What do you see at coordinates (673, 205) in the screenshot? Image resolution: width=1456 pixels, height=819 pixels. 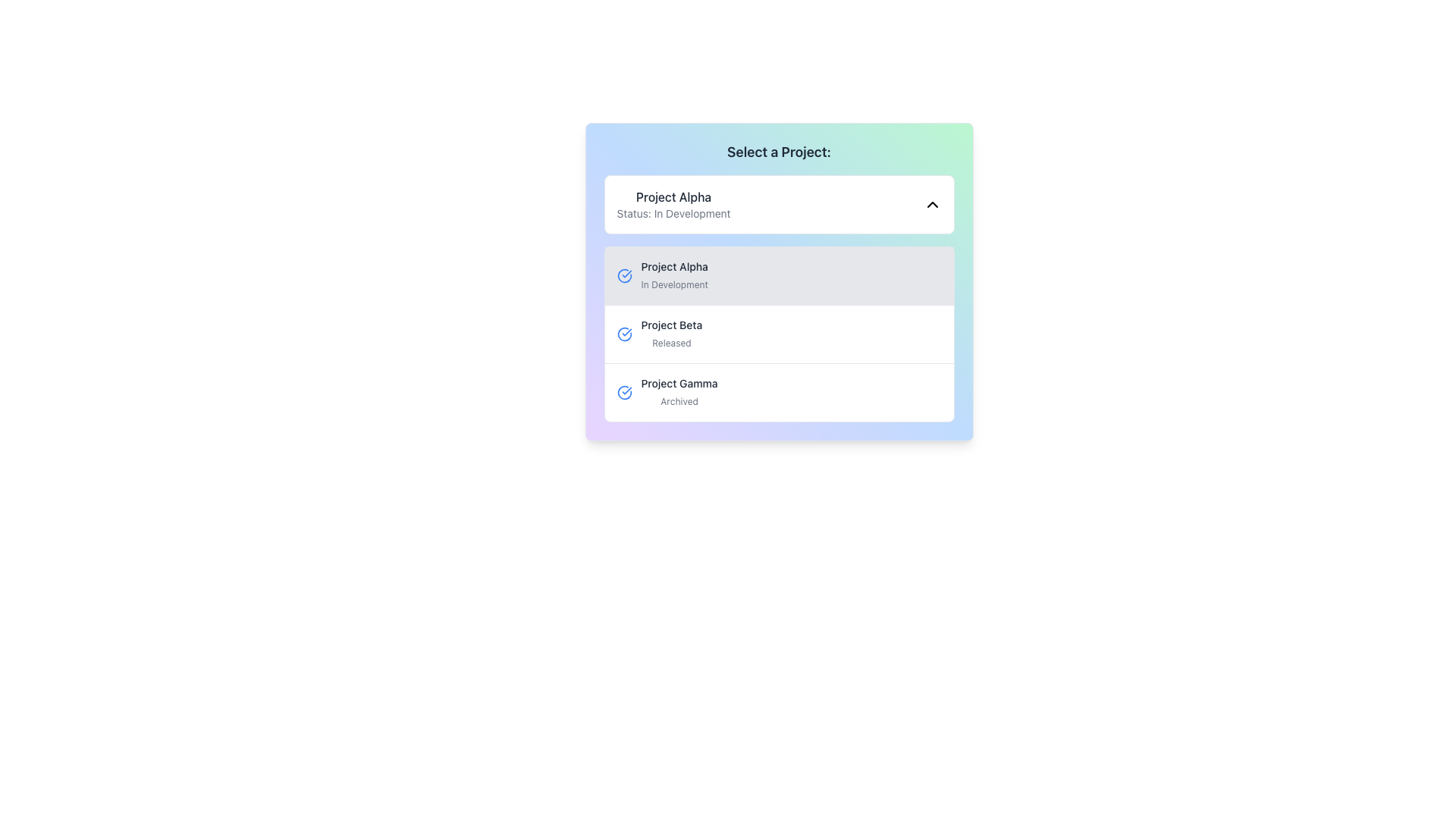 I see `the informative text block that displays 'Project Alpha' and 'Status: In Development', which is the first entry in the dropdown menu` at bounding box center [673, 205].